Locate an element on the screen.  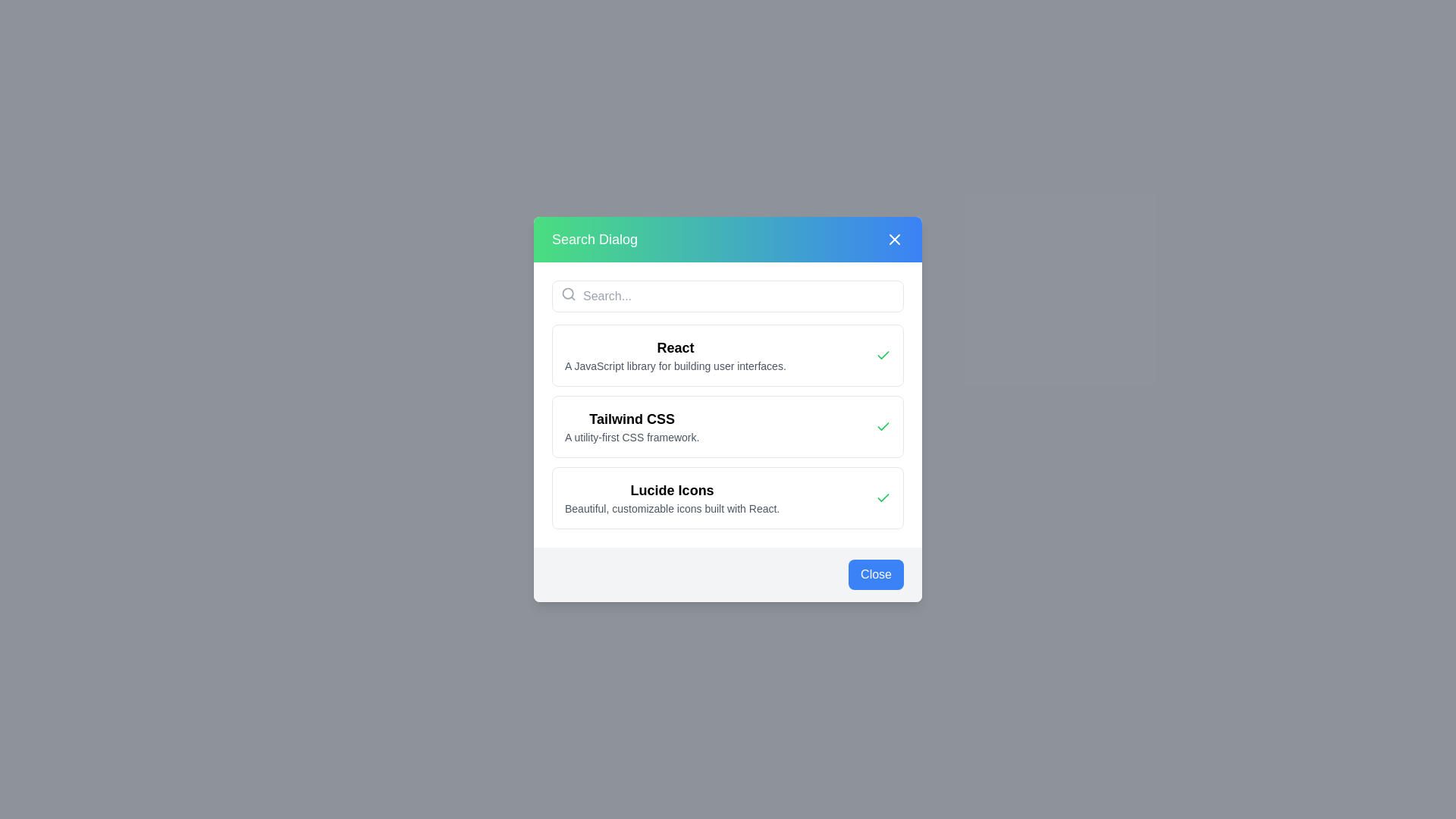
the search icon located at the top left corner of the search bar, adjacent to the placeholder text 'Search...' is located at coordinates (567, 294).